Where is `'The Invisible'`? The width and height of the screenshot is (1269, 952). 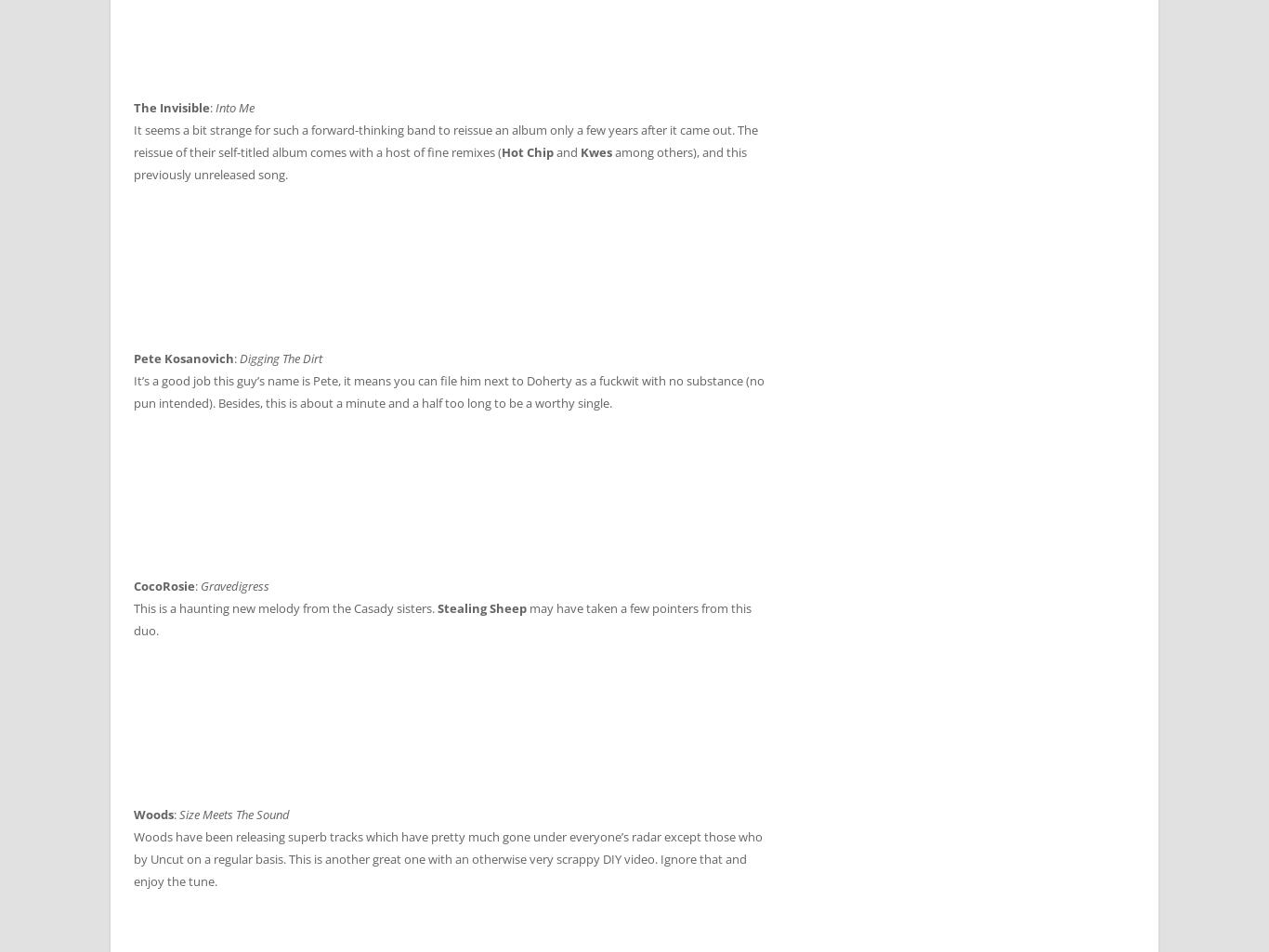 'The Invisible' is located at coordinates (170, 107).